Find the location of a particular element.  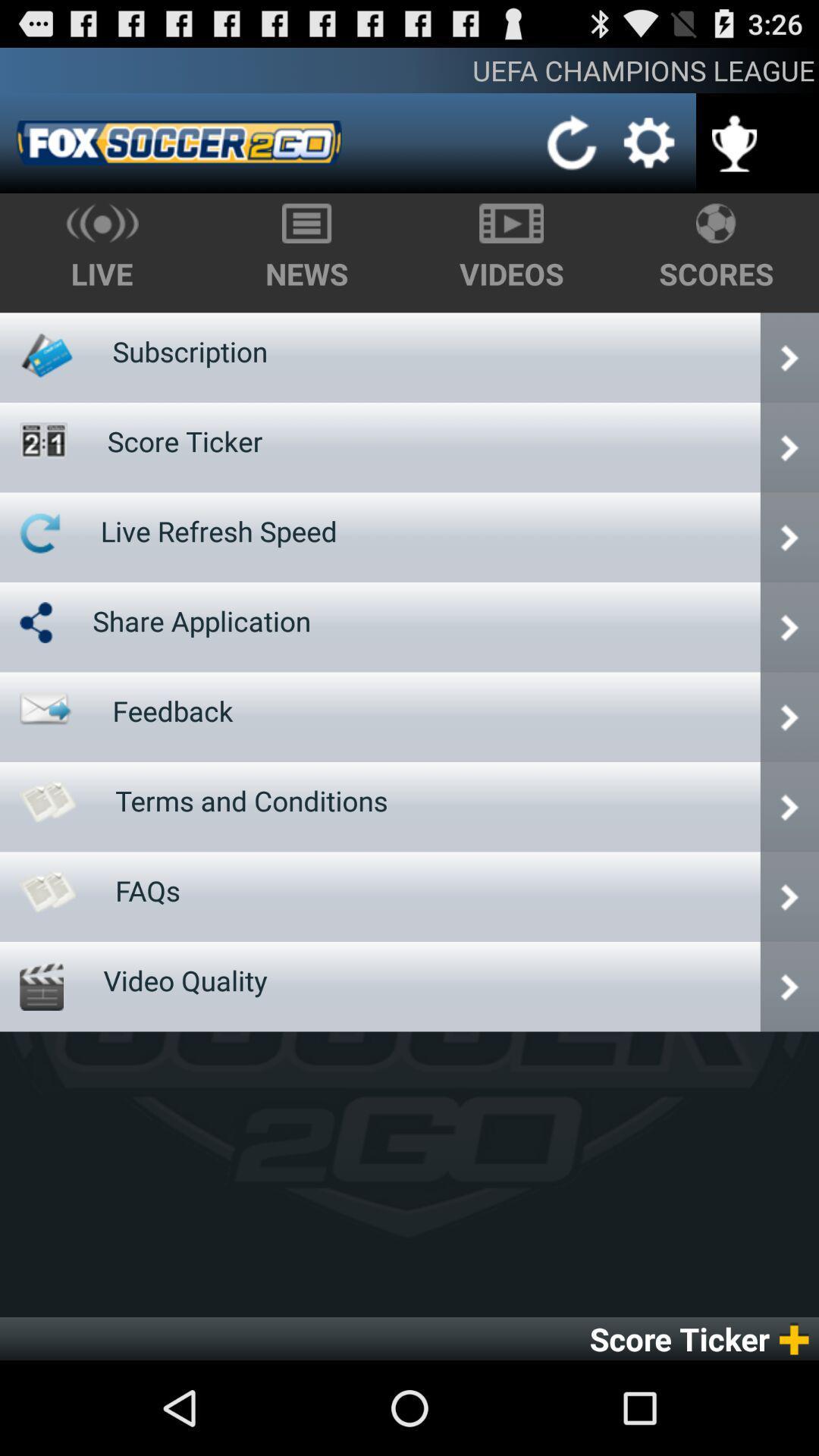

item below score ticker item is located at coordinates (218, 531).